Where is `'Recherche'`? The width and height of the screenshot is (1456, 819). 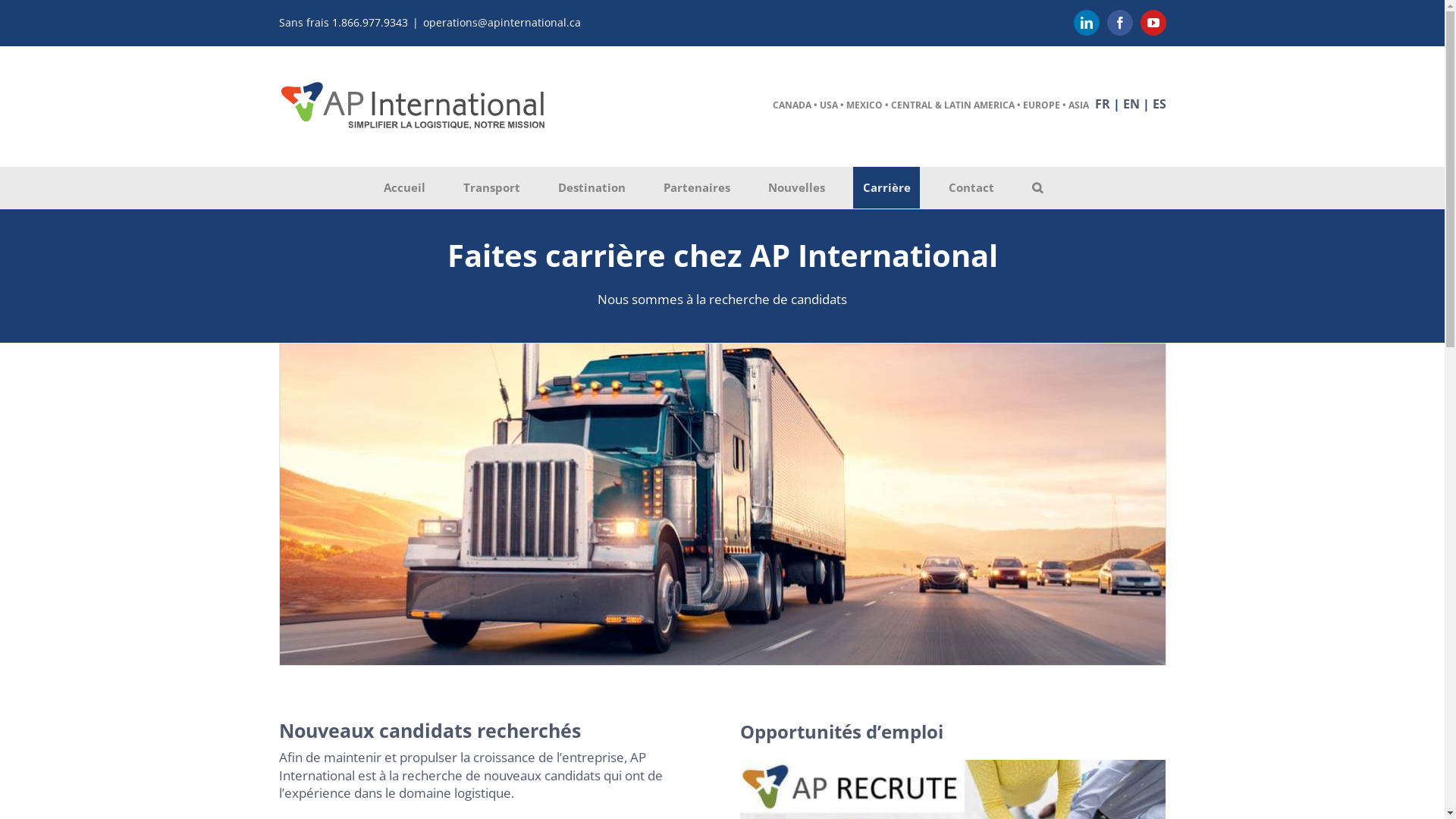
'Recherche' is located at coordinates (1036, 187).